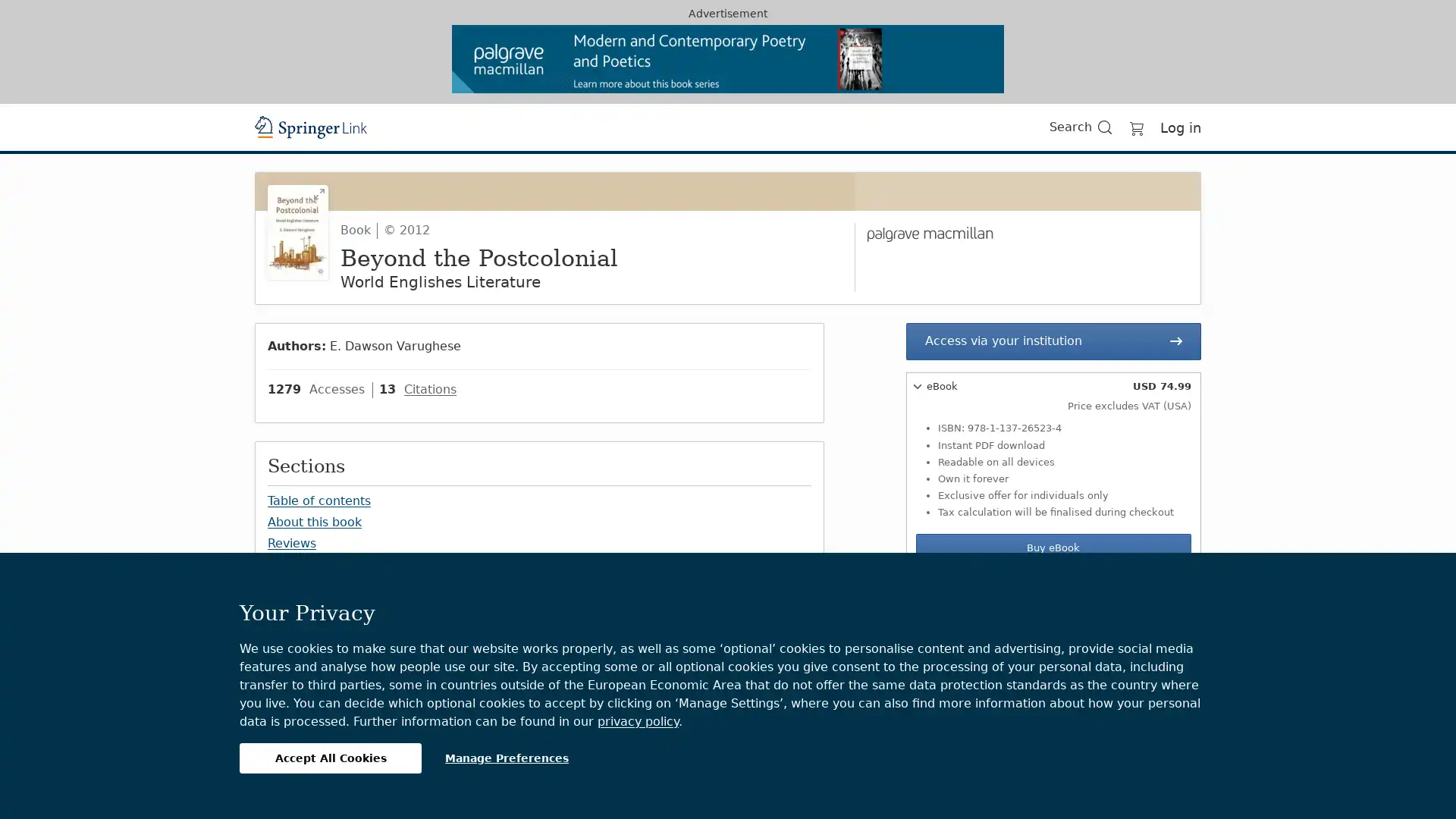  What do you see at coordinates (1052, 548) in the screenshot?
I see `Buy eBook` at bounding box center [1052, 548].